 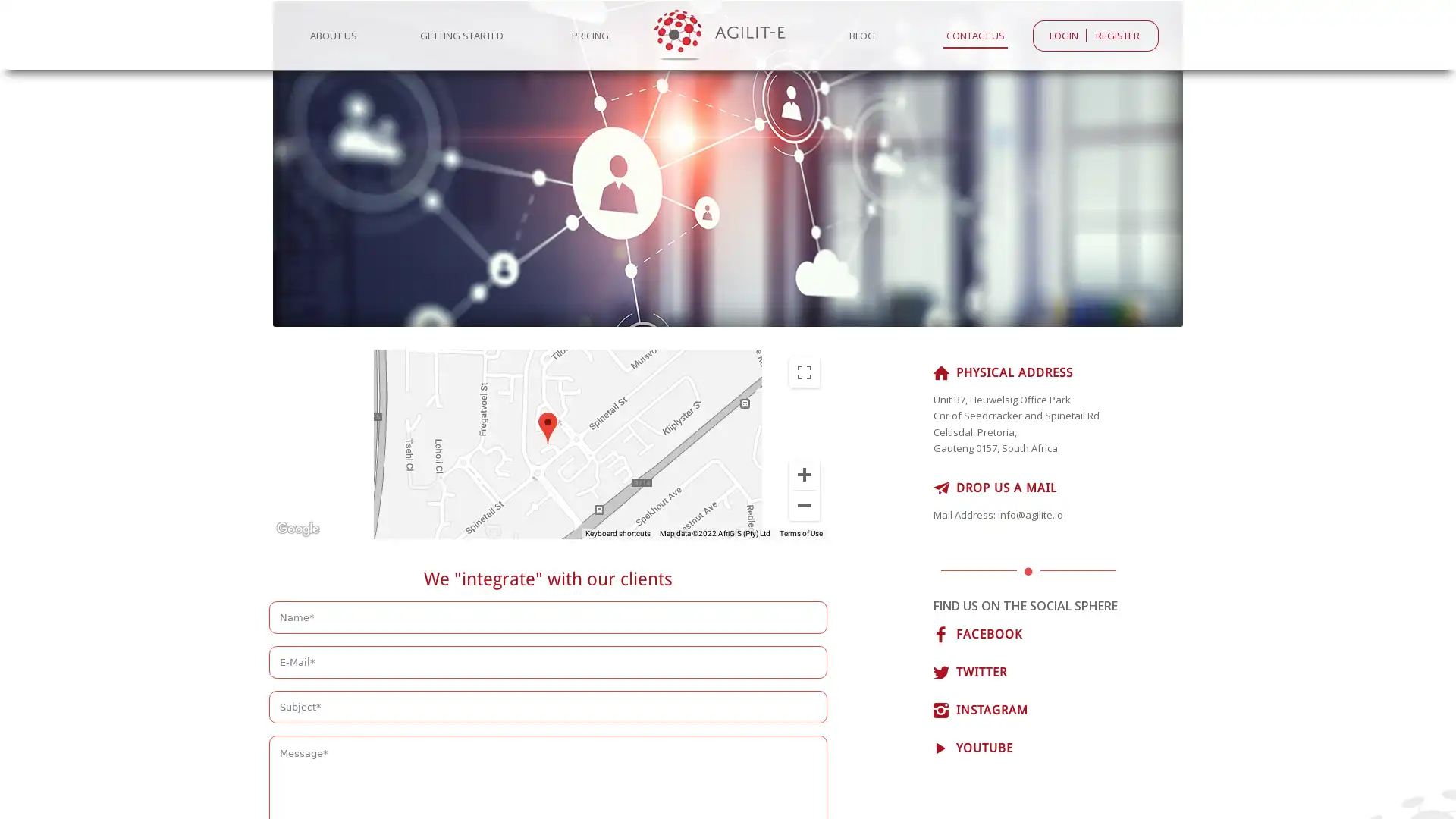 What do you see at coordinates (617, 533) in the screenshot?
I see `Keyboard shortcuts` at bounding box center [617, 533].